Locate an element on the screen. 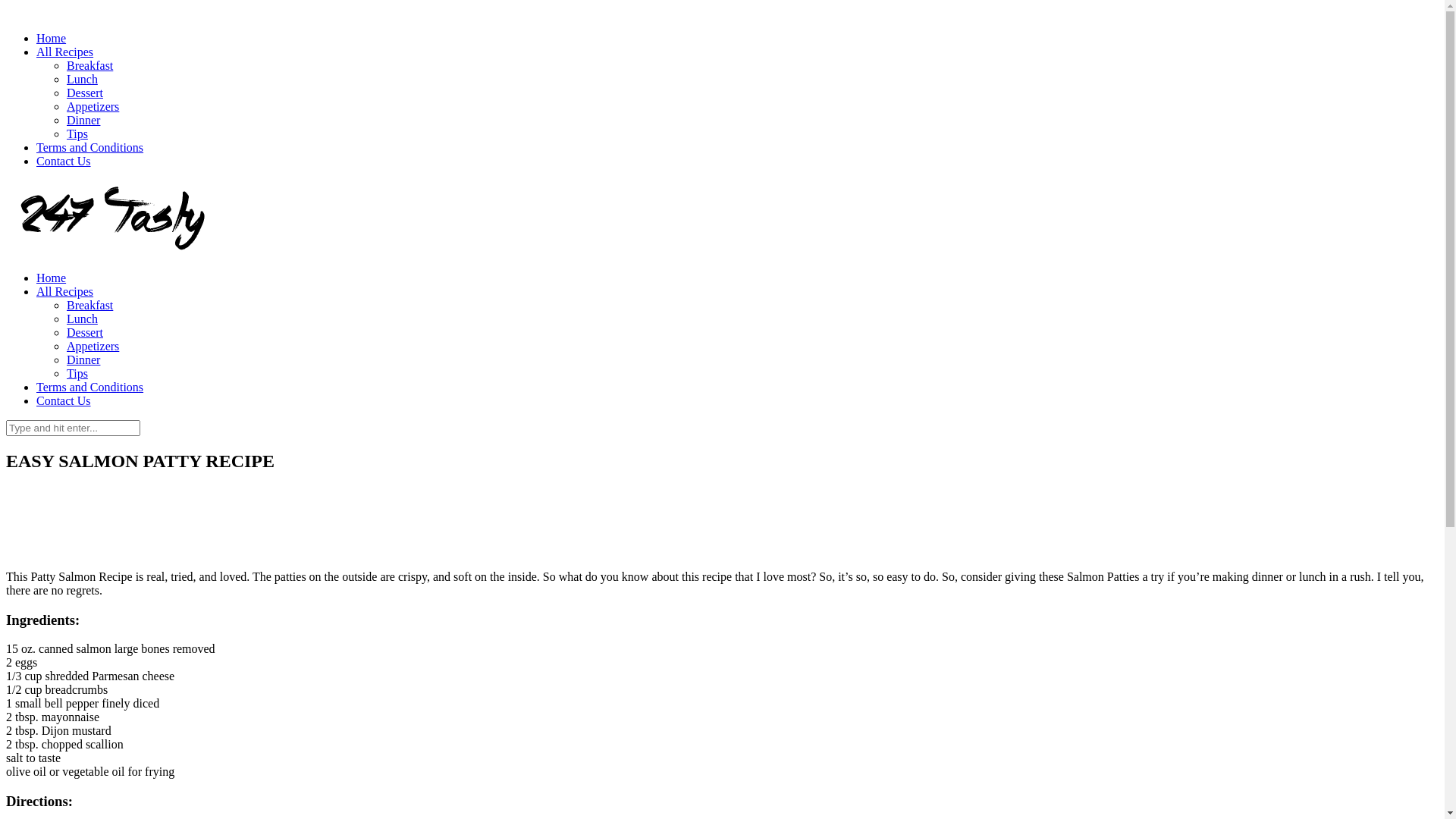 This screenshot has width=1456, height=819. 'Tips' is located at coordinates (76, 373).